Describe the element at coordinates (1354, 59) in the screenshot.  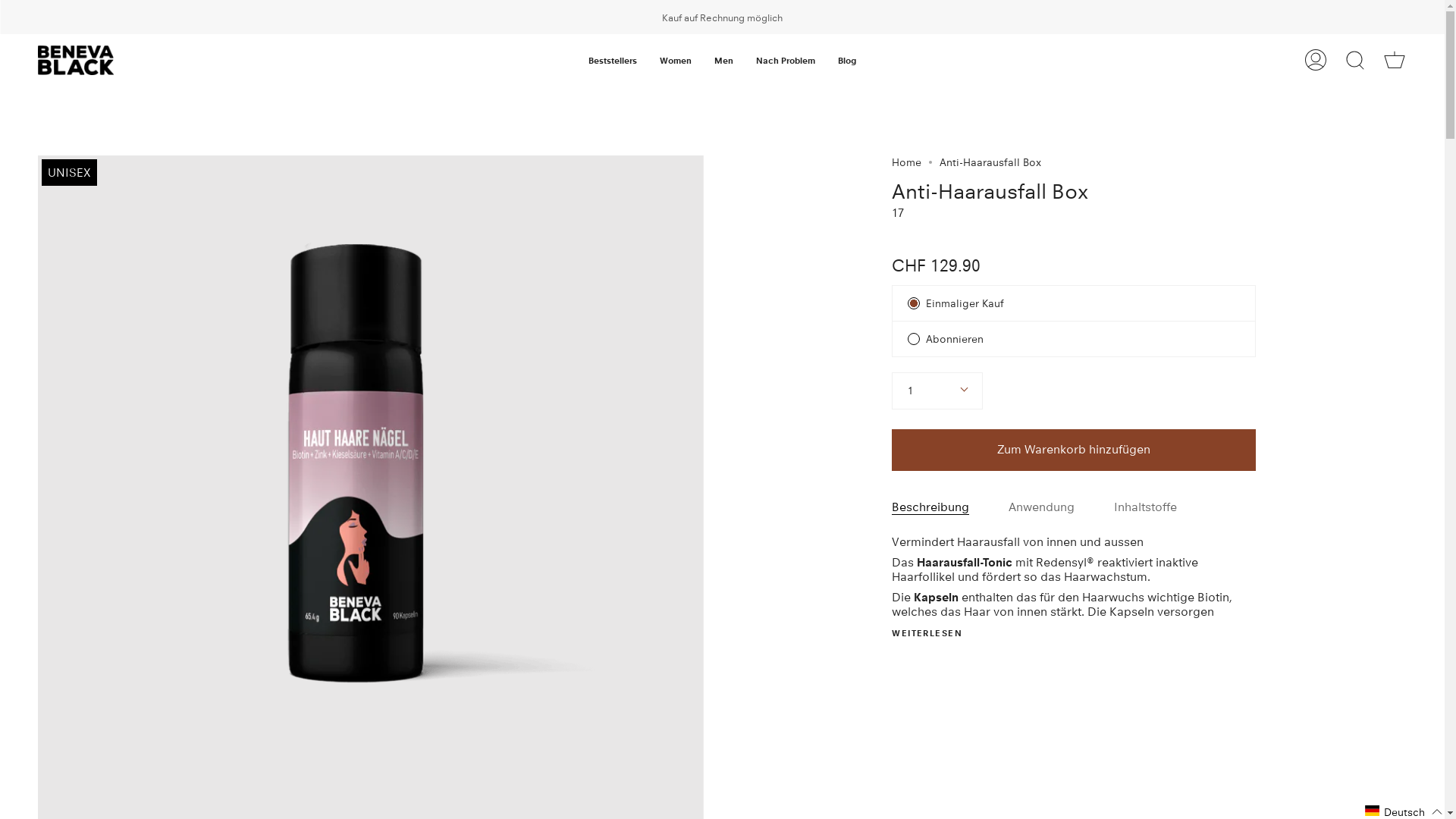
I see `'Suchen'` at that location.